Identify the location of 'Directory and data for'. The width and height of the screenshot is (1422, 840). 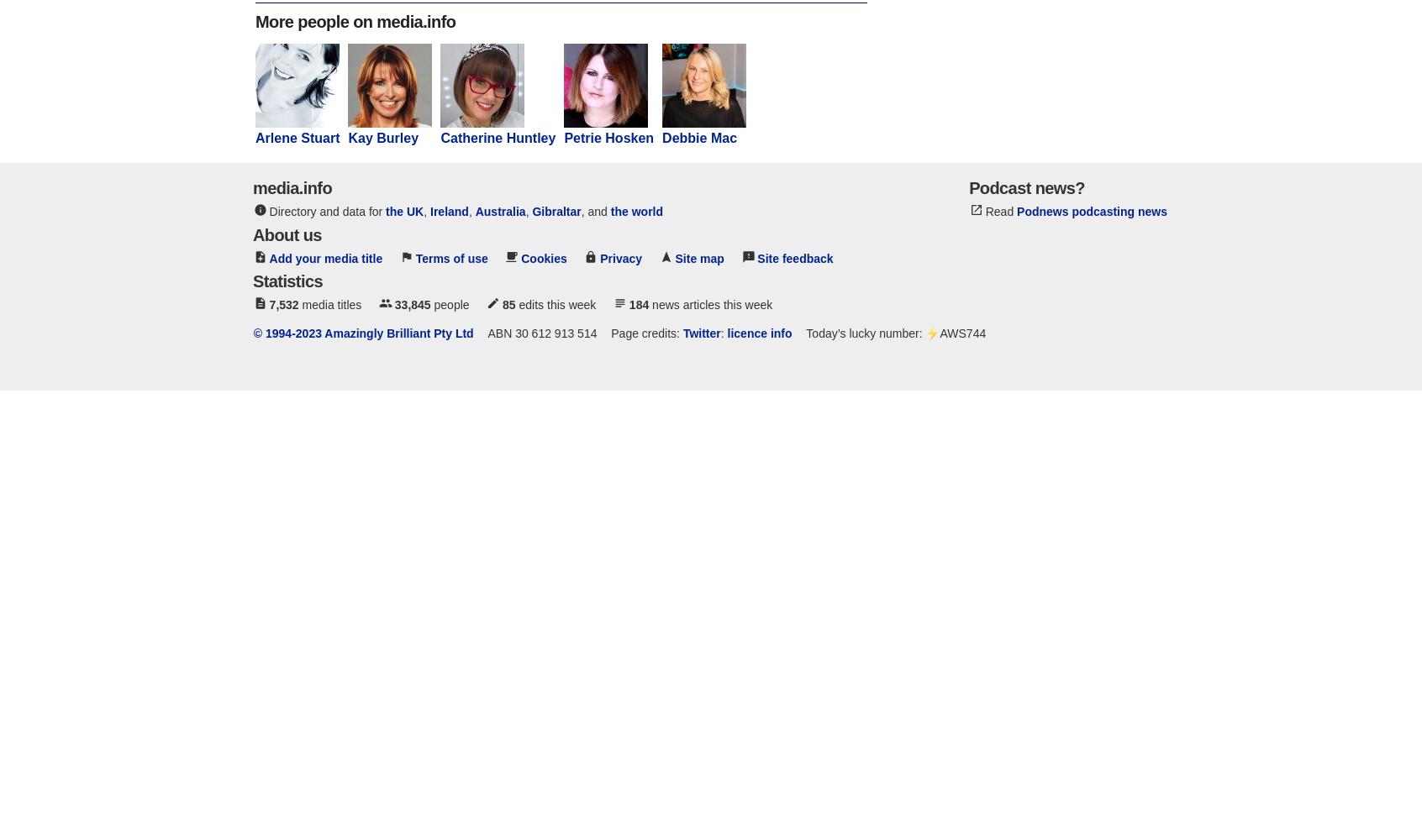
(267, 211).